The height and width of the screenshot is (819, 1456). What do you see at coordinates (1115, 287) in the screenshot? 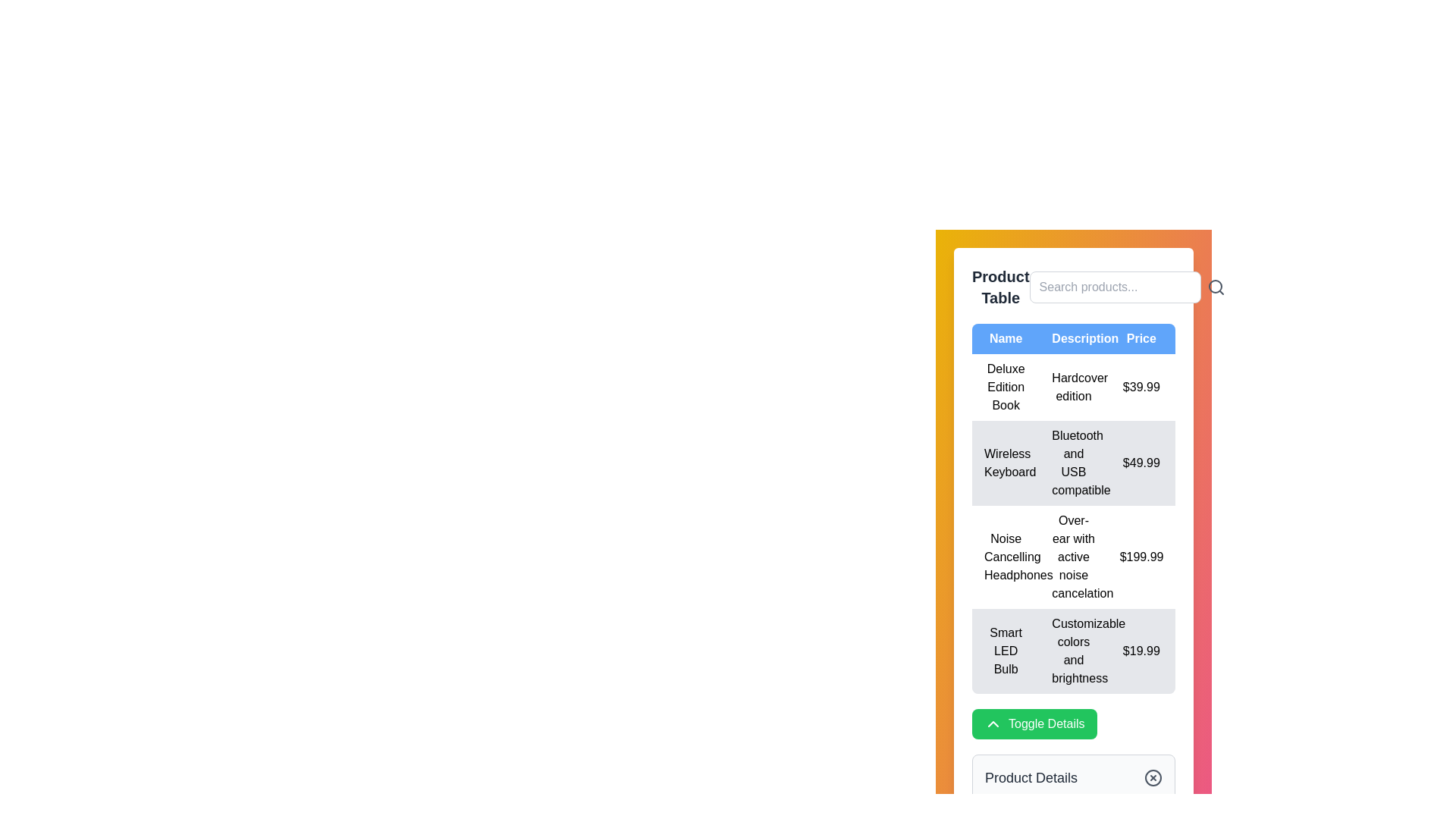
I see `the rectangular text input field with rounded corners that has a placeholder text saying 'Search products...' for interaction feedback` at bounding box center [1115, 287].